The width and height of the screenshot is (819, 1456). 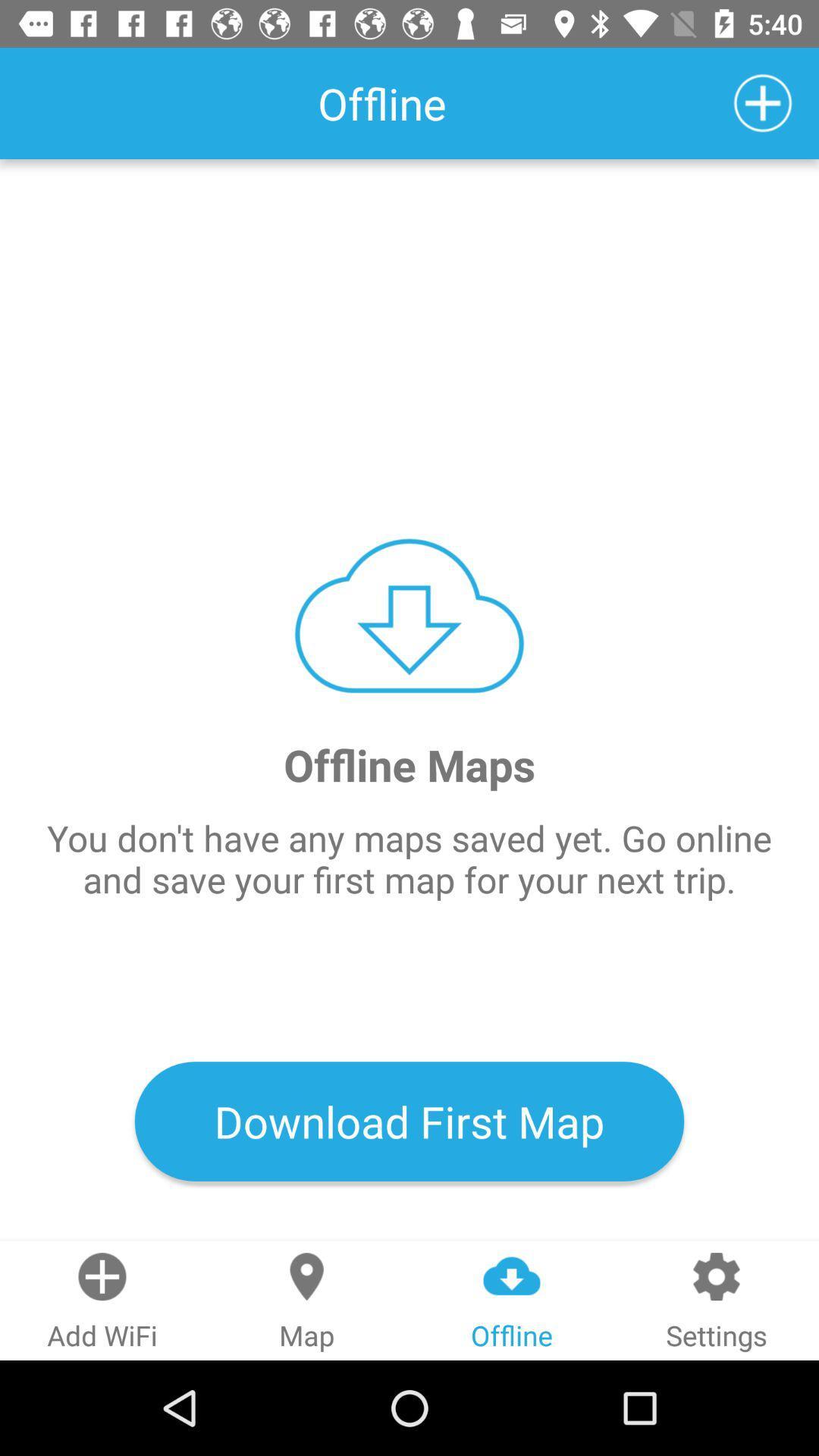 I want to click on item to the right of the offline, so click(x=763, y=102).